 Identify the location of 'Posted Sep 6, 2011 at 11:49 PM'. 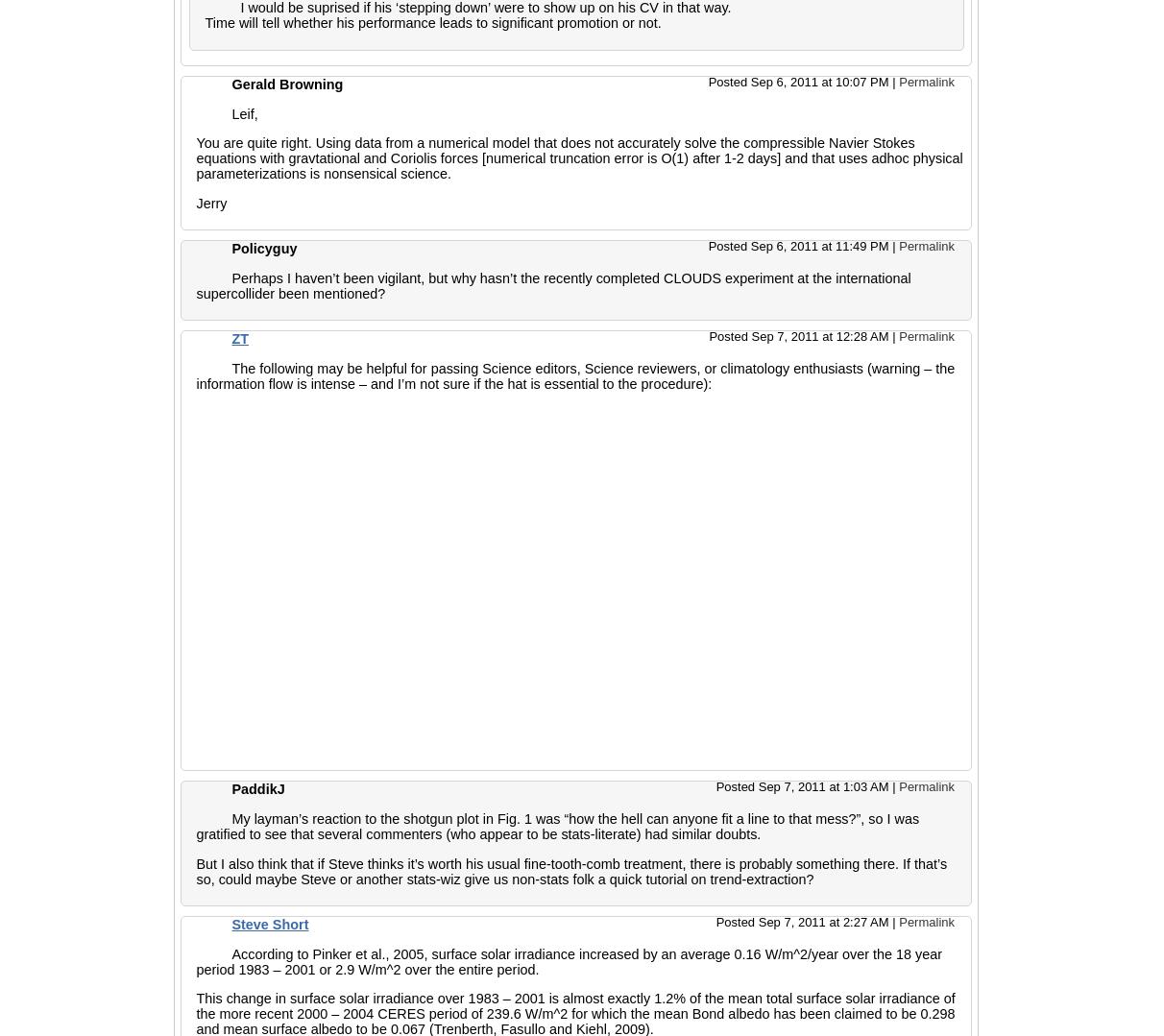
(799, 246).